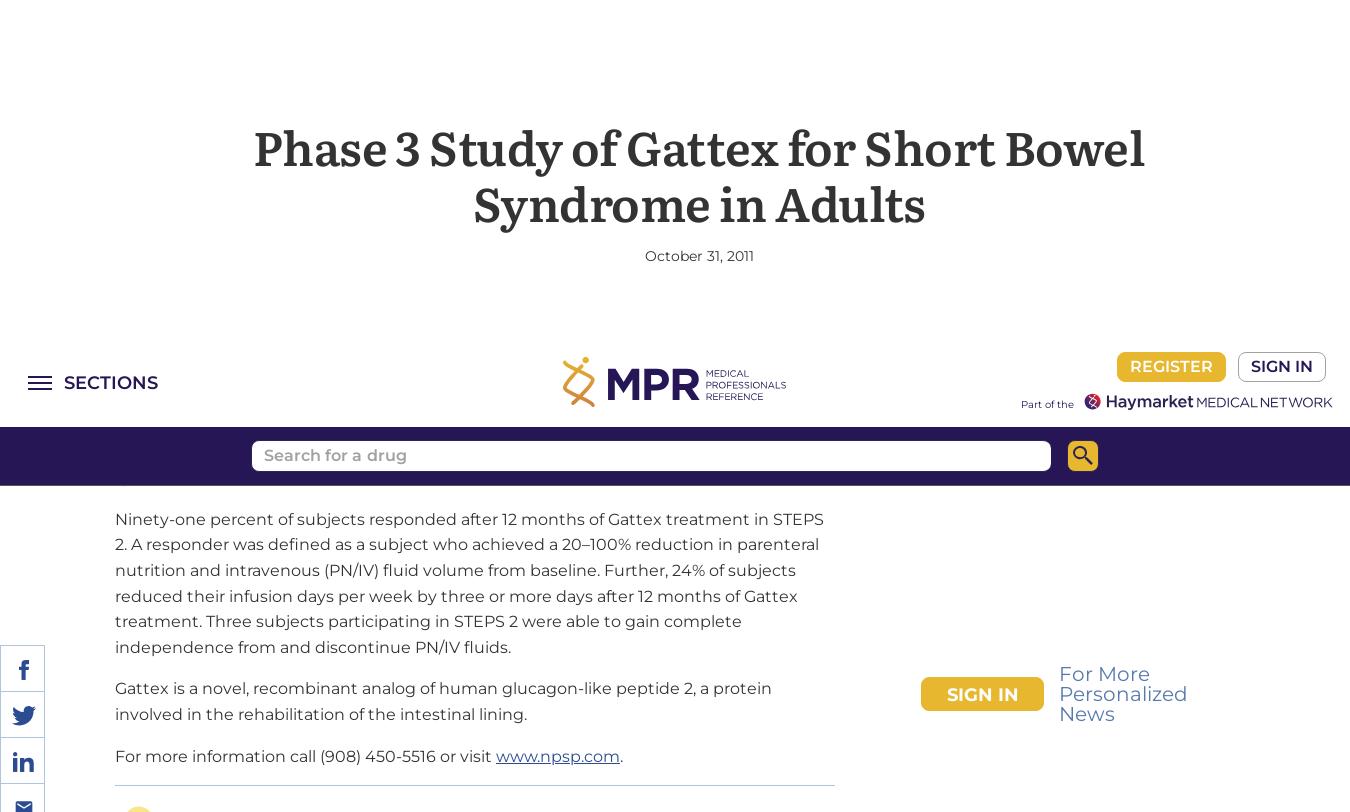 Image resolution: width=1350 pixels, height=812 pixels. What do you see at coordinates (135, 688) in the screenshot?
I see `'Just 7 Percent of U.S. Adults Have Gotten Updated COVID-19 Vaccine'` at bounding box center [135, 688].